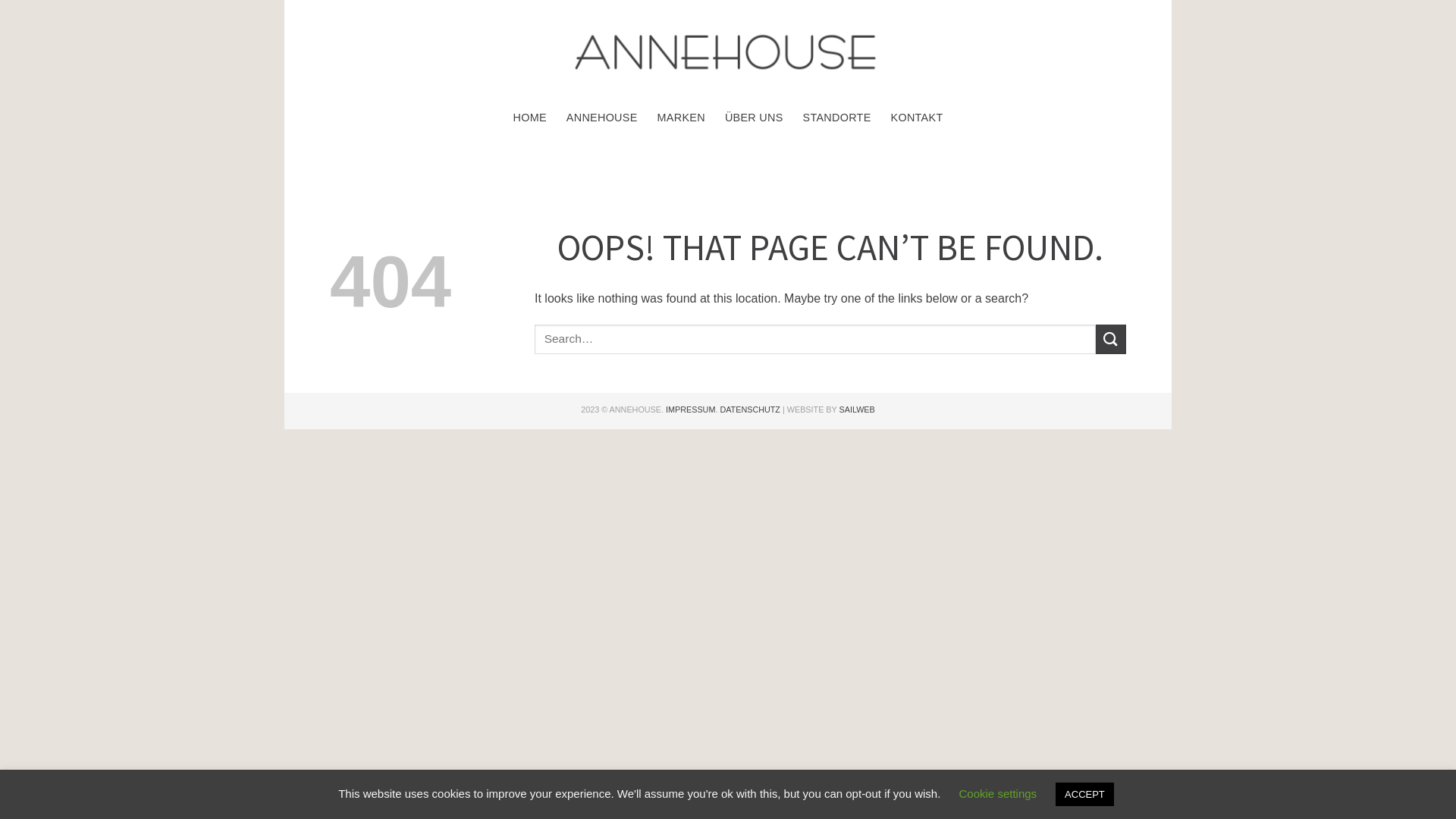 This screenshot has width=1456, height=819. Describe the element at coordinates (857, 409) in the screenshot. I see `'SAILWEB'` at that location.